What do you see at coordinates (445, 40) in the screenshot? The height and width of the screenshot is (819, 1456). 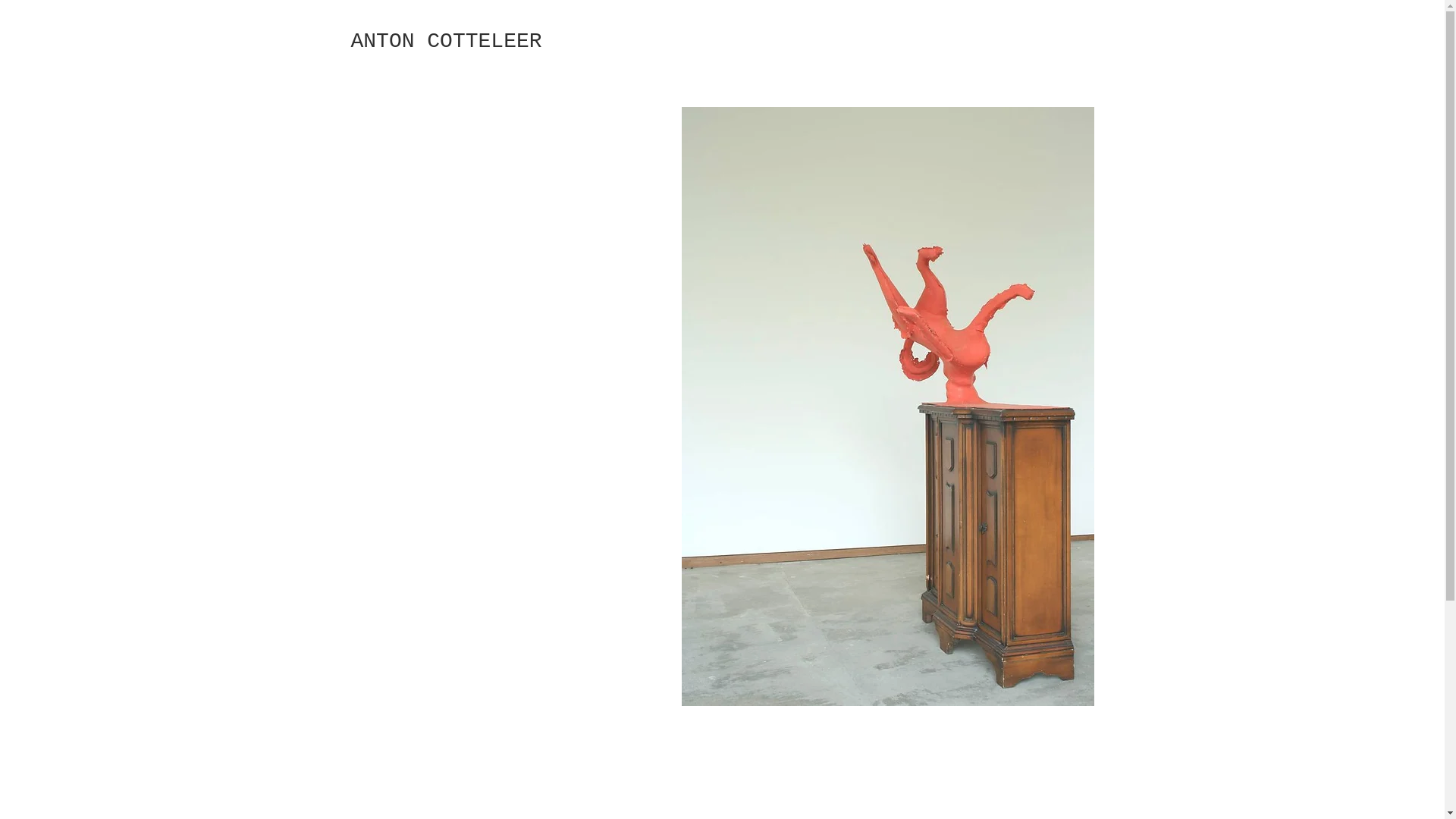 I see `'ANTON COTTELEER'` at bounding box center [445, 40].